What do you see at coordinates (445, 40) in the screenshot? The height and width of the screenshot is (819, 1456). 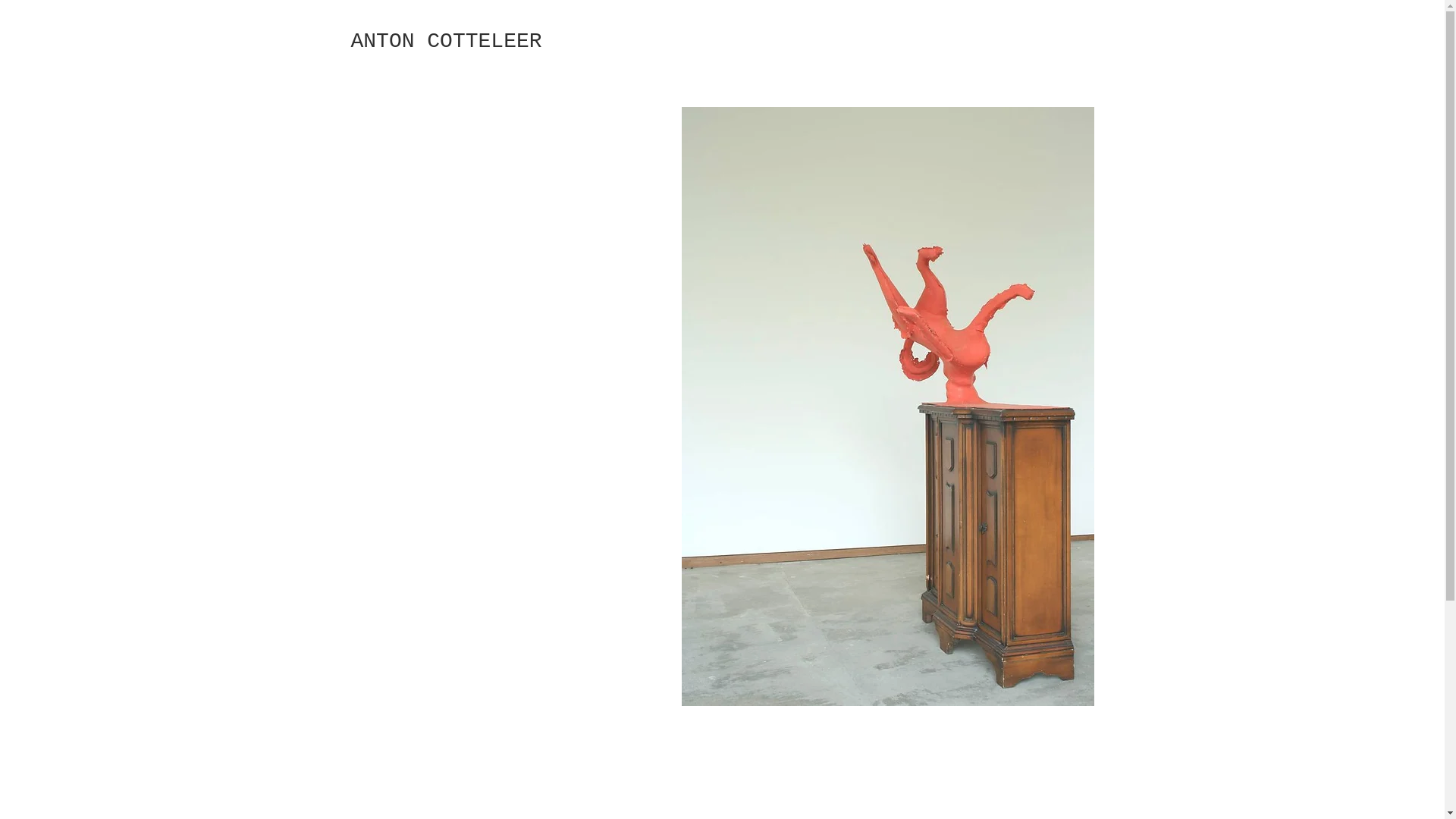 I see `'ANTON COTTELEER'` at bounding box center [445, 40].